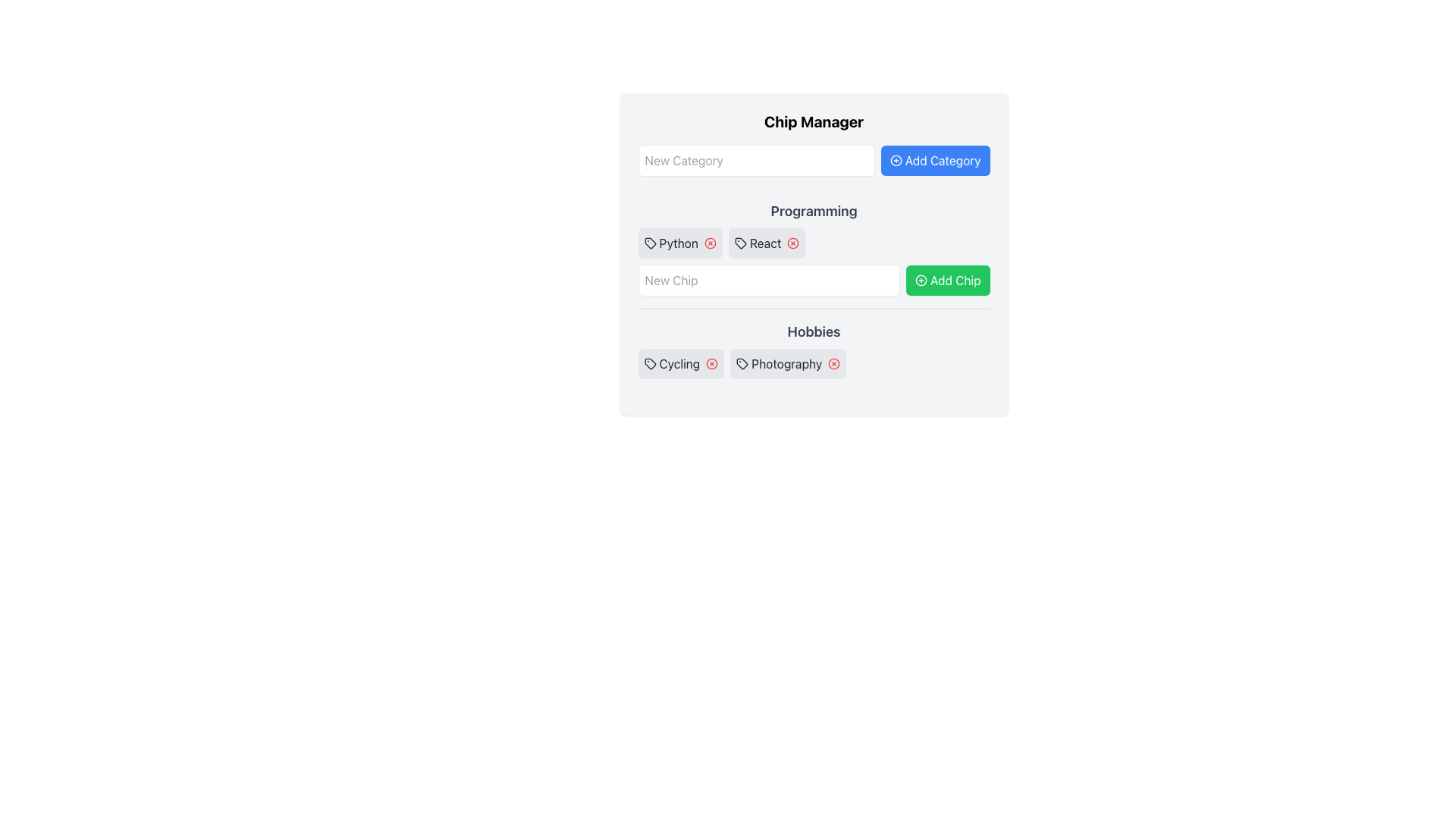 This screenshot has width=1456, height=819. What do you see at coordinates (830, 363) in the screenshot?
I see `the delete button styled as an interactive icon located on the right side of the 'Photography' chip in the 'Hobbies' section` at bounding box center [830, 363].